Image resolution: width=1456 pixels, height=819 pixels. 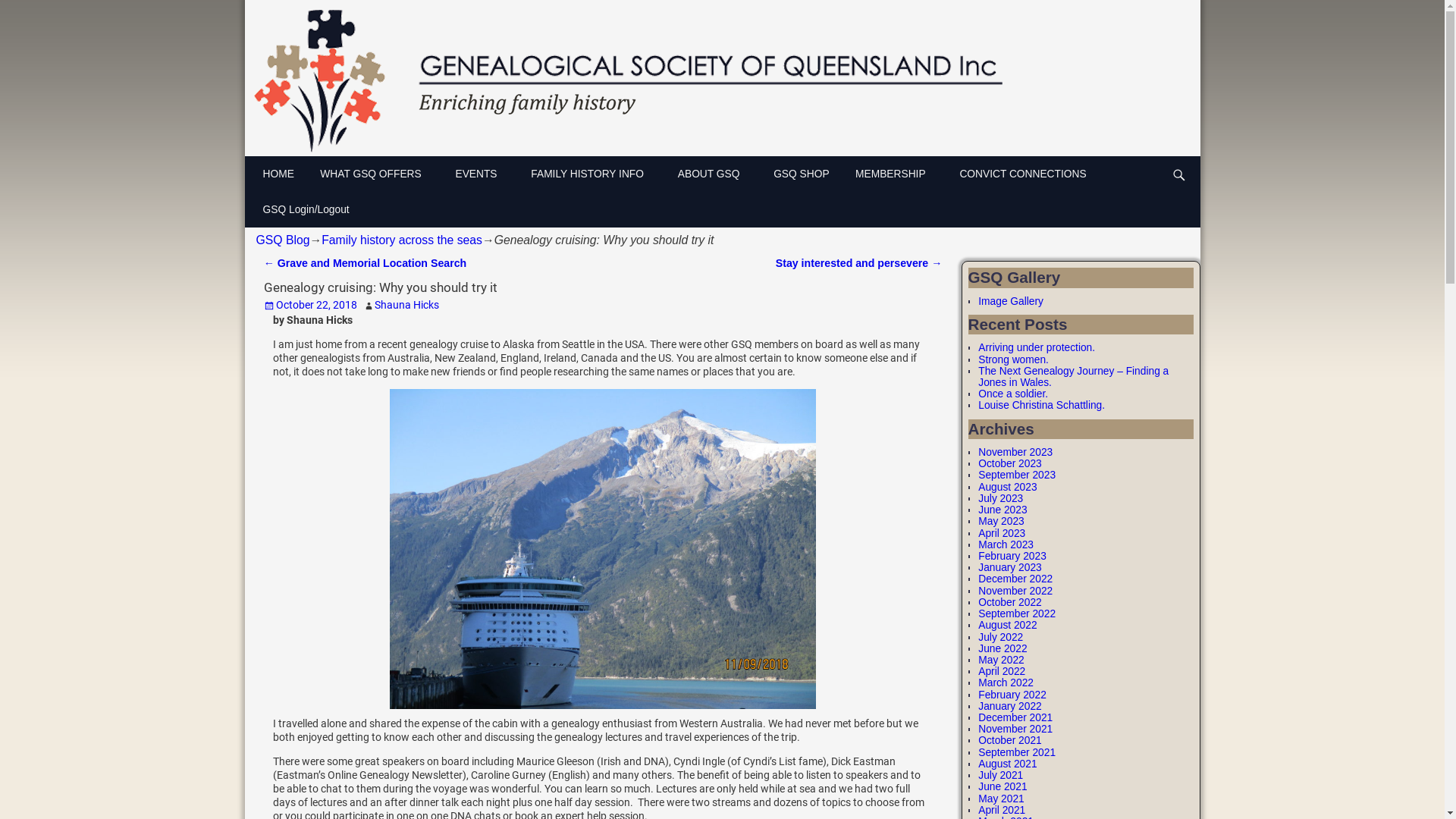 What do you see at coordinates (1015, 579) in the screenshot?
I see `'December 2022'` at bounding box center [1015, 579].